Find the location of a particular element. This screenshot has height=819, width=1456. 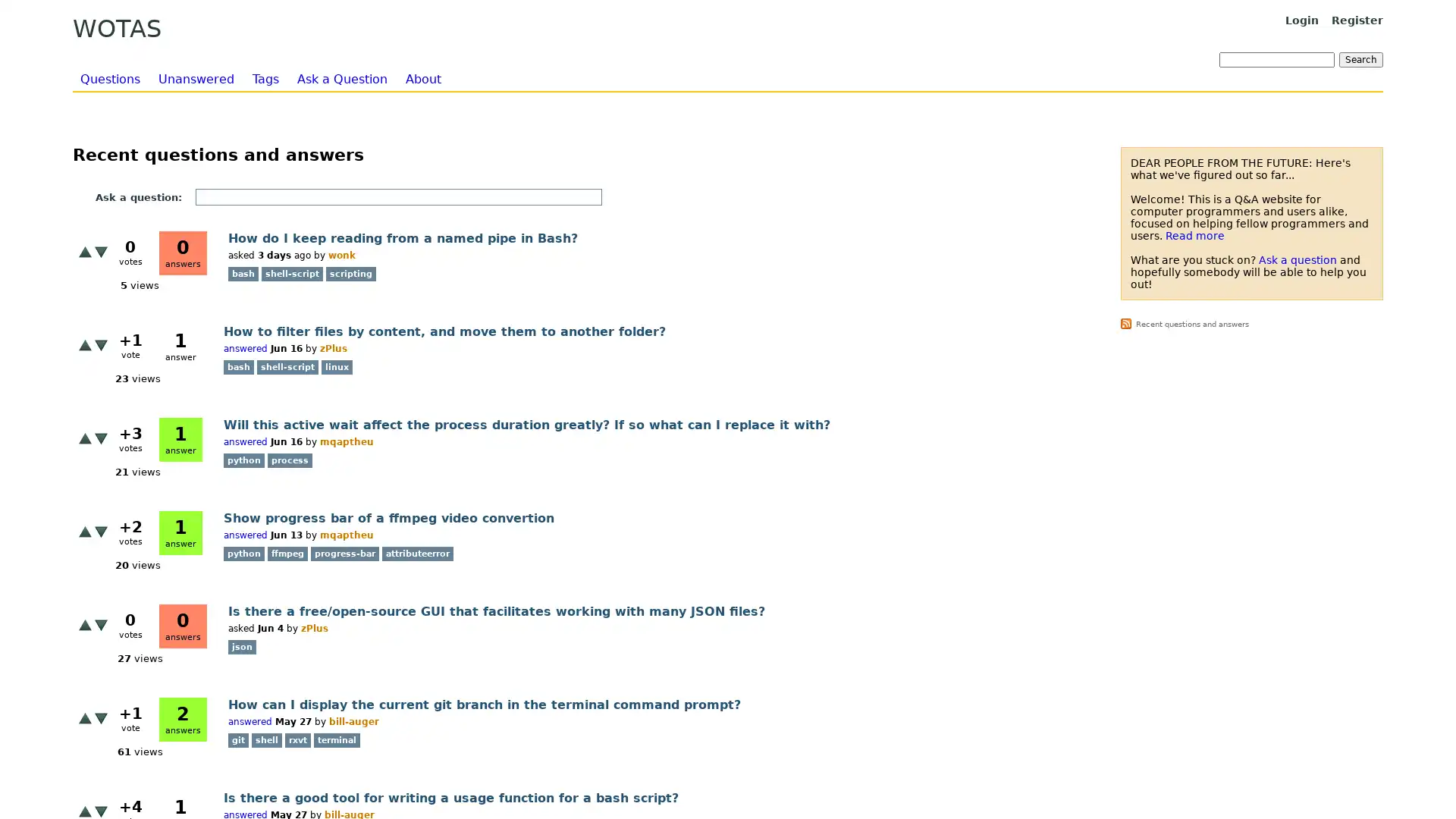

+ is located at coordinates (84, 811).